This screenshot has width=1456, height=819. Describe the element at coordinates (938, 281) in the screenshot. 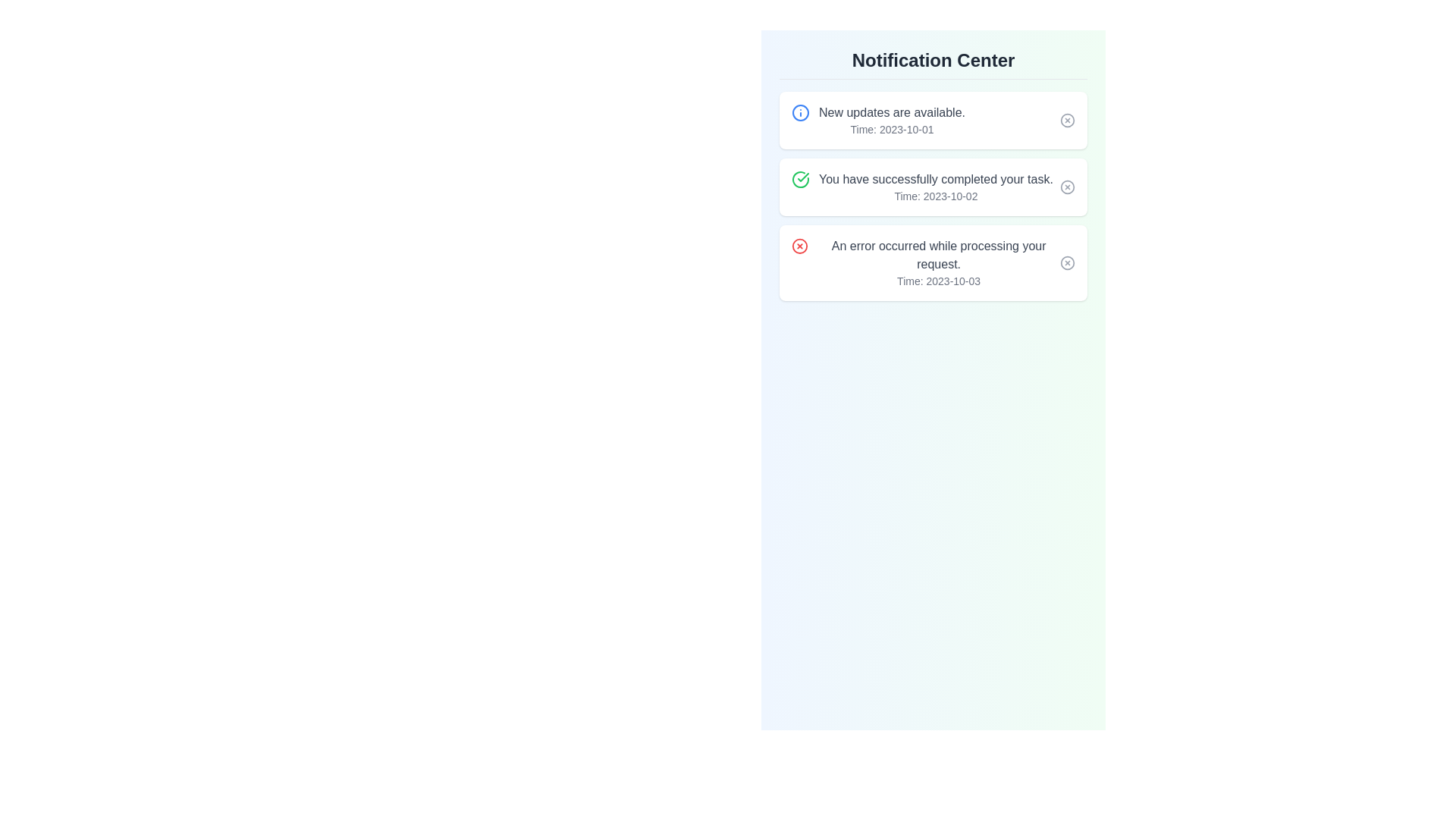

I see `the small text label displaying 'Time: 2023-10-03' which is located below the error message in the third notification card of the 'Notification Center'` at that location.